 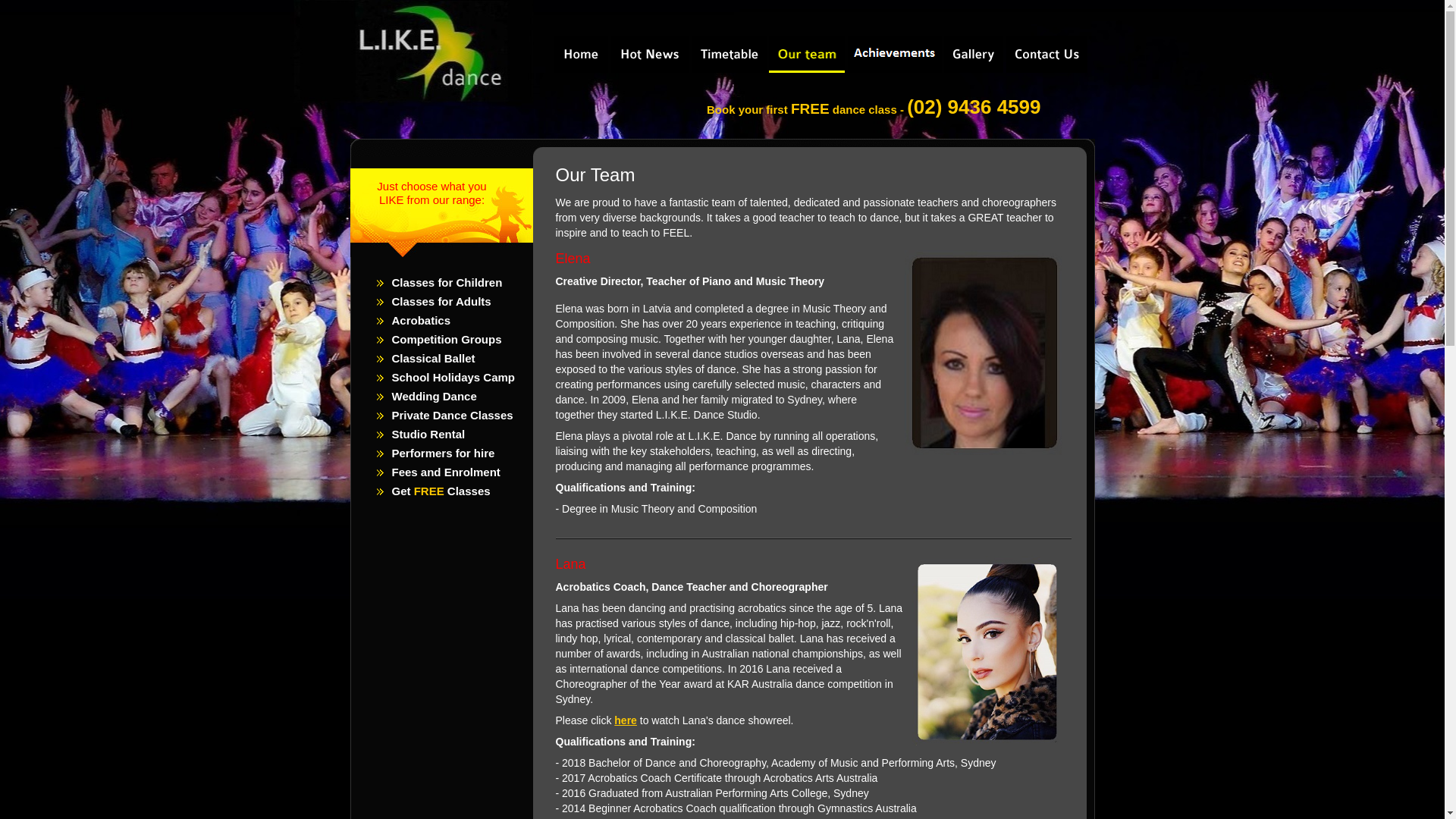 What do you see at coordinates (391, 471) in the screenshot?
I see `'Fees and Enrolment'` at bounding box center [391, 471].